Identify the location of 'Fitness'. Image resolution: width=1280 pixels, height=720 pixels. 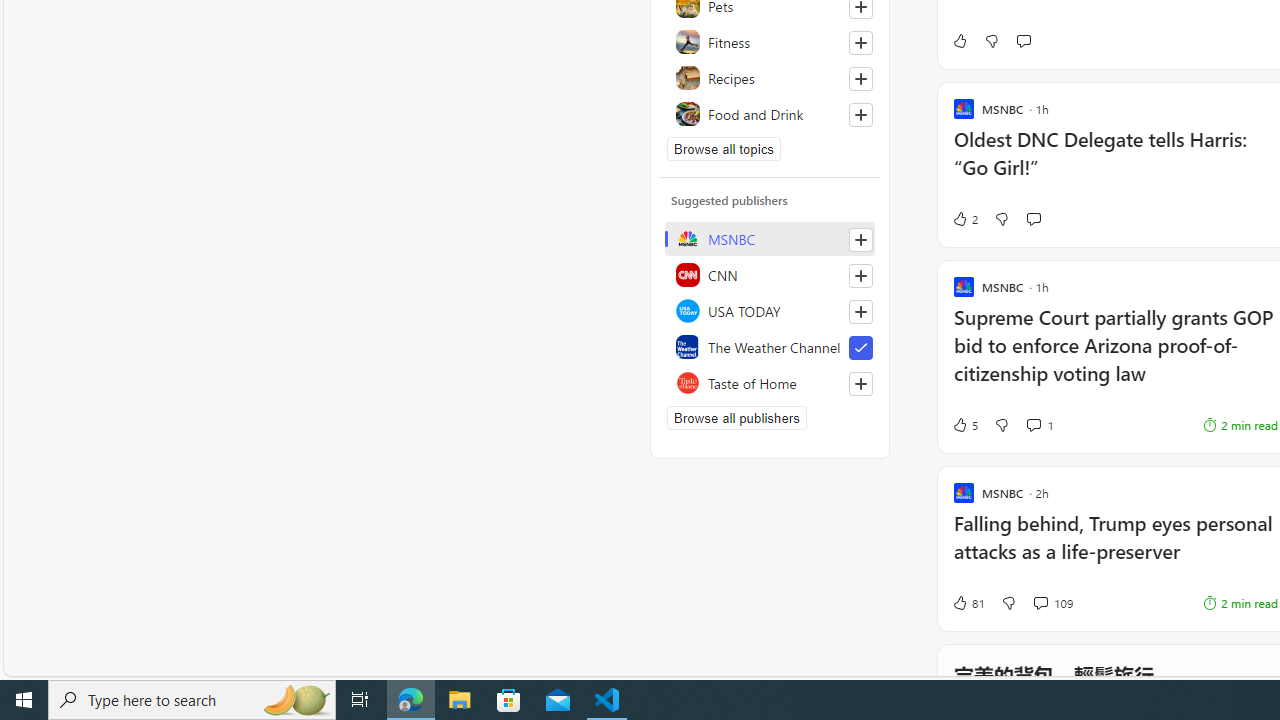
(769, 42).